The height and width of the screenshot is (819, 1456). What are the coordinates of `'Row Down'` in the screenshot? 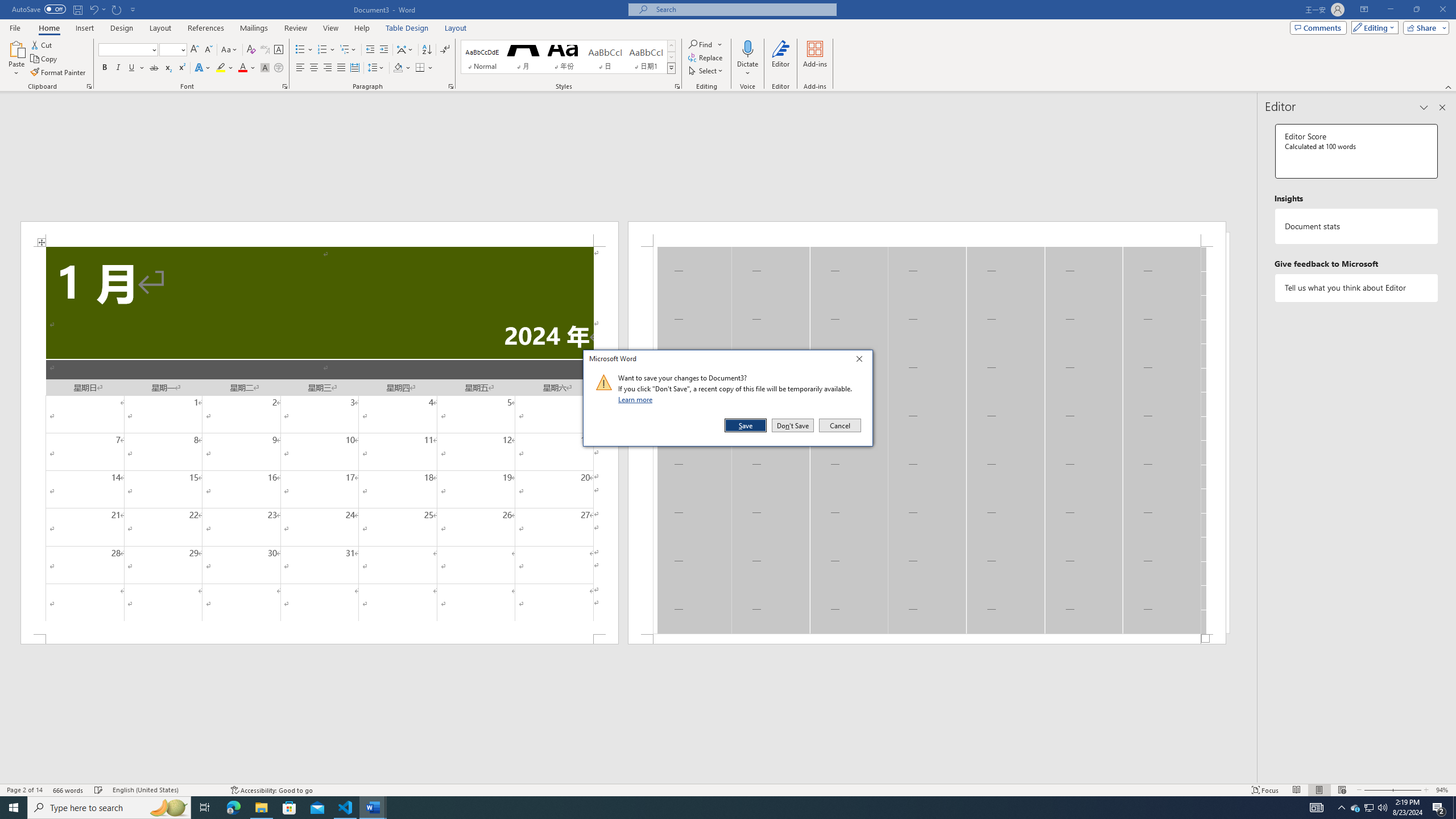 It's located at (671, 56).